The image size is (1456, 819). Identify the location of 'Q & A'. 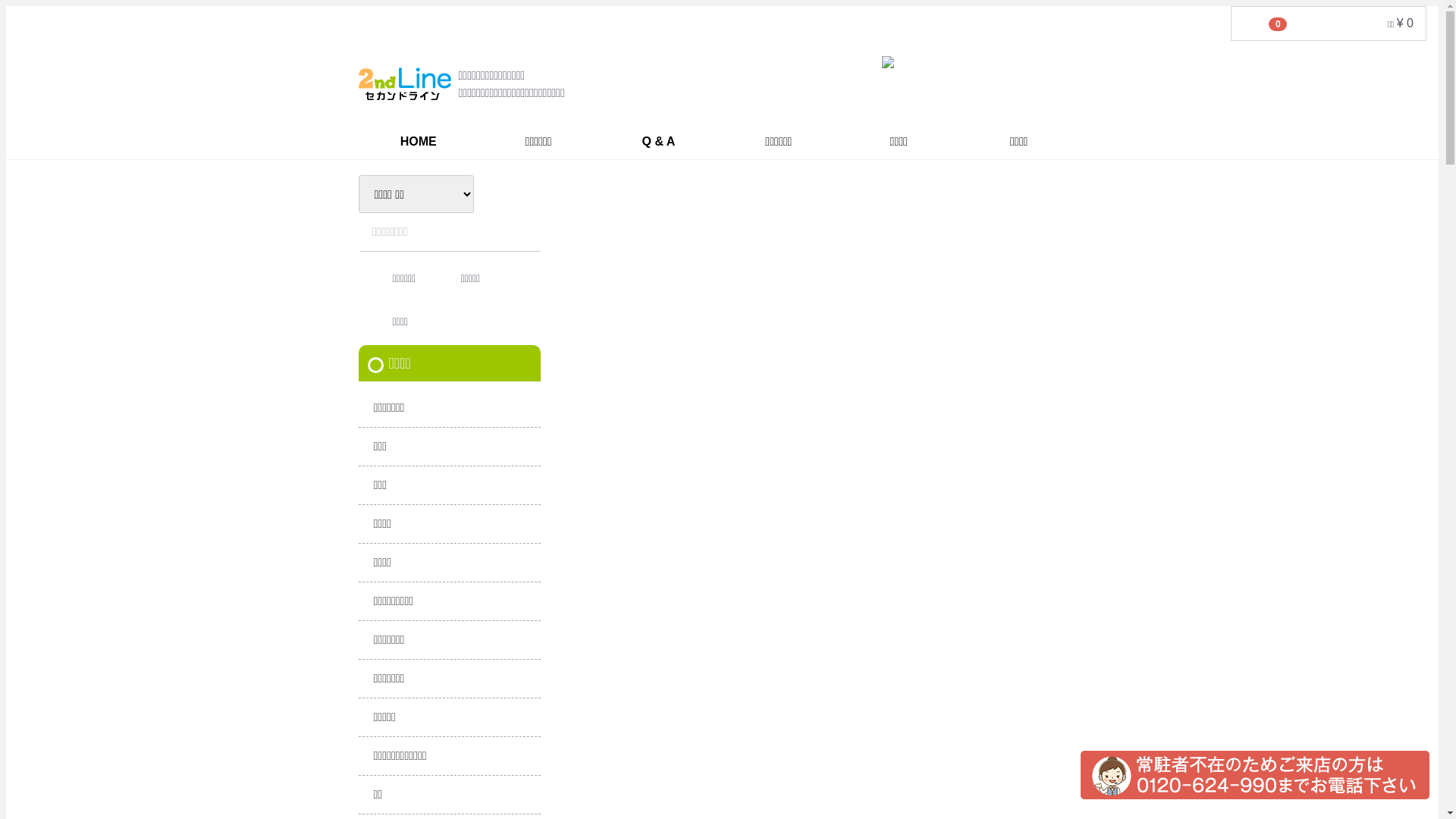
(597, 141).